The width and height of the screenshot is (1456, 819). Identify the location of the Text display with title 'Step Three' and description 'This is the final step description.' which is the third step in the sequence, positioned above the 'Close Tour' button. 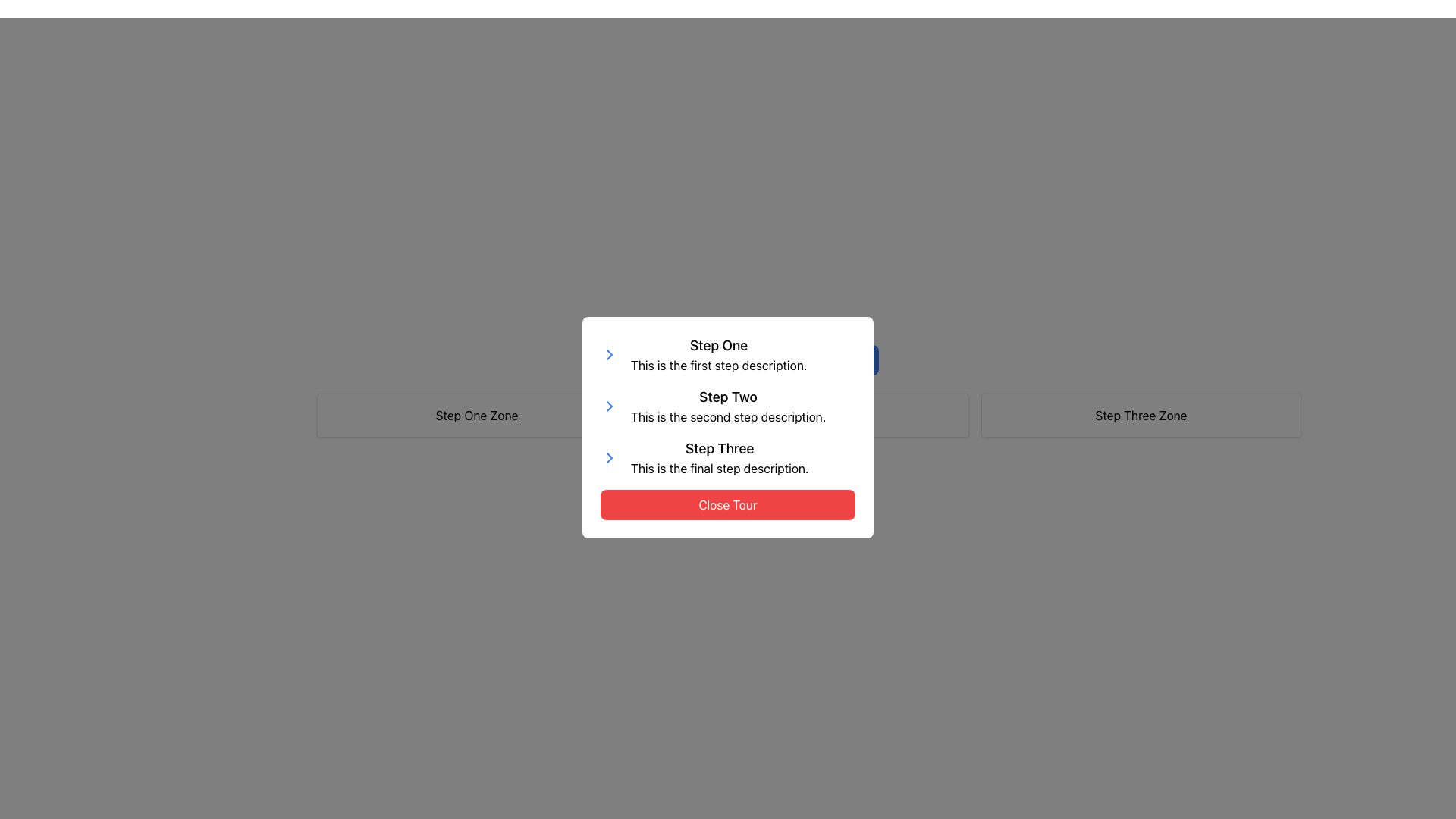
(728, 457).